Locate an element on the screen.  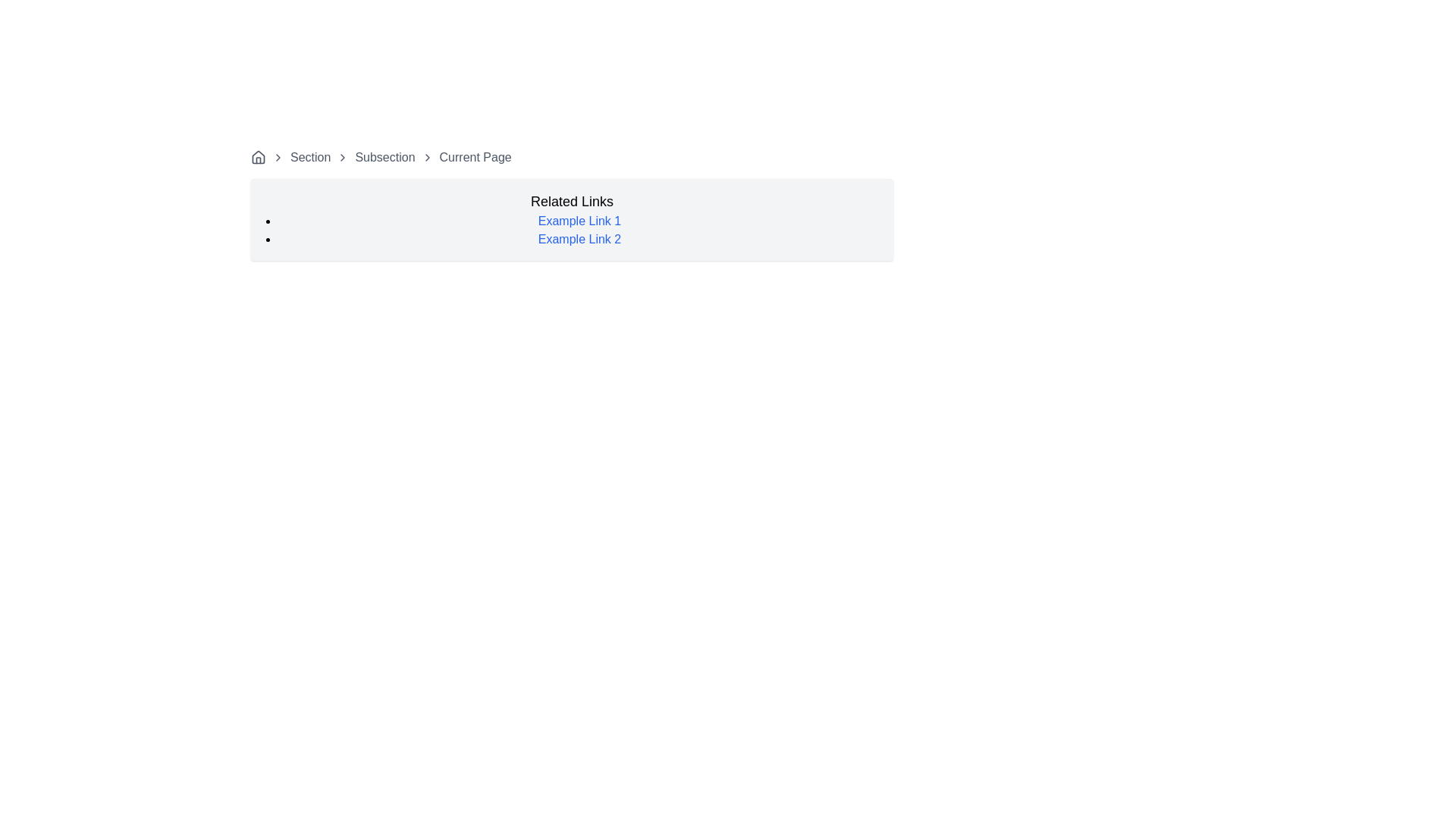
the third chevron icon in the breadcrumb navigation bar, which indicates the hierarchy and progression between 'Subsection' and 'Current Page' is located at coordinates (426, 158).